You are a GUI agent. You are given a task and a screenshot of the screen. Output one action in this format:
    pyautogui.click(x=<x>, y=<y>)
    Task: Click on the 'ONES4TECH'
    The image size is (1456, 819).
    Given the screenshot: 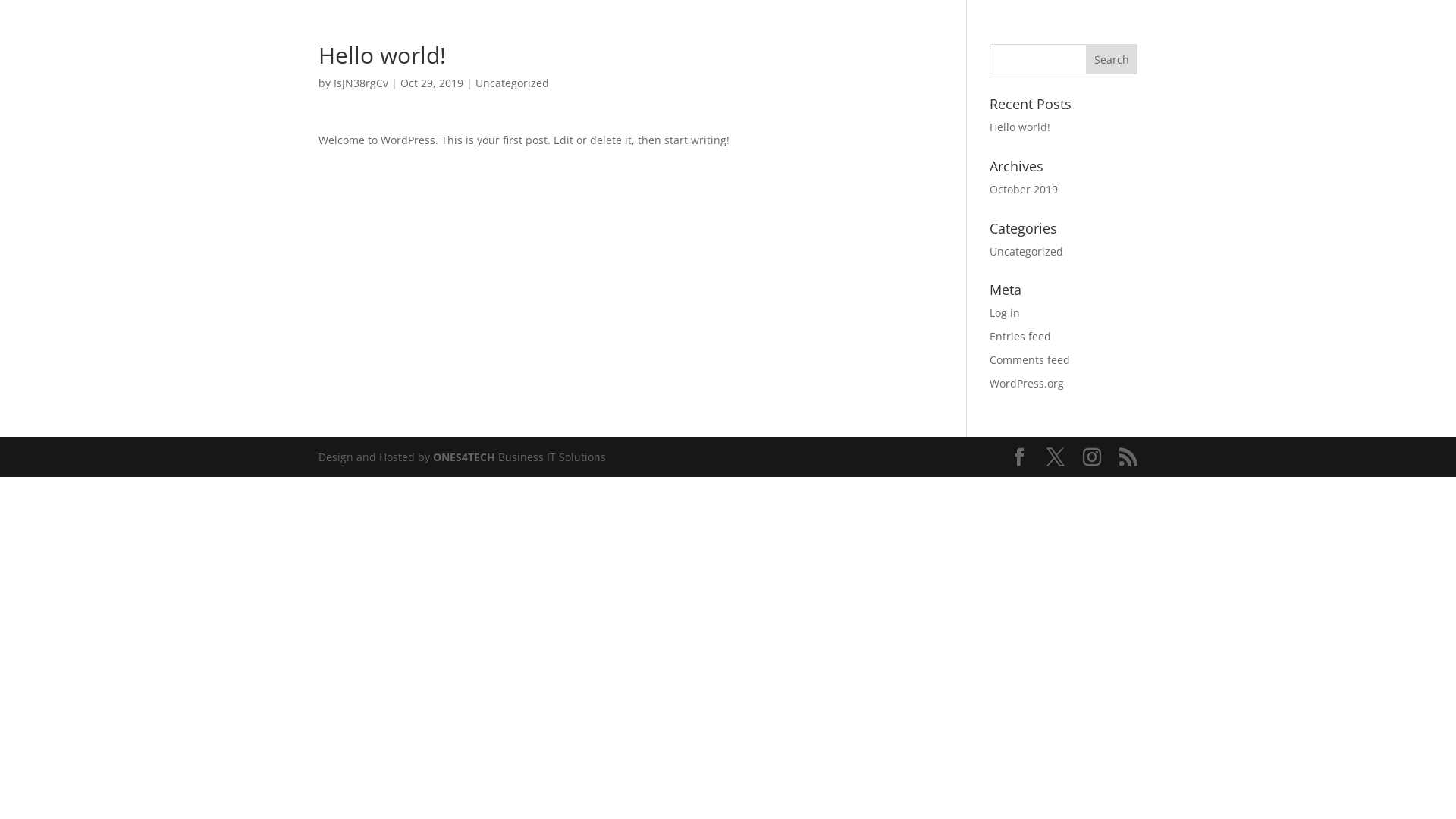 What is the action you would take?
    pyautogui.click(x=432, y=456)
    